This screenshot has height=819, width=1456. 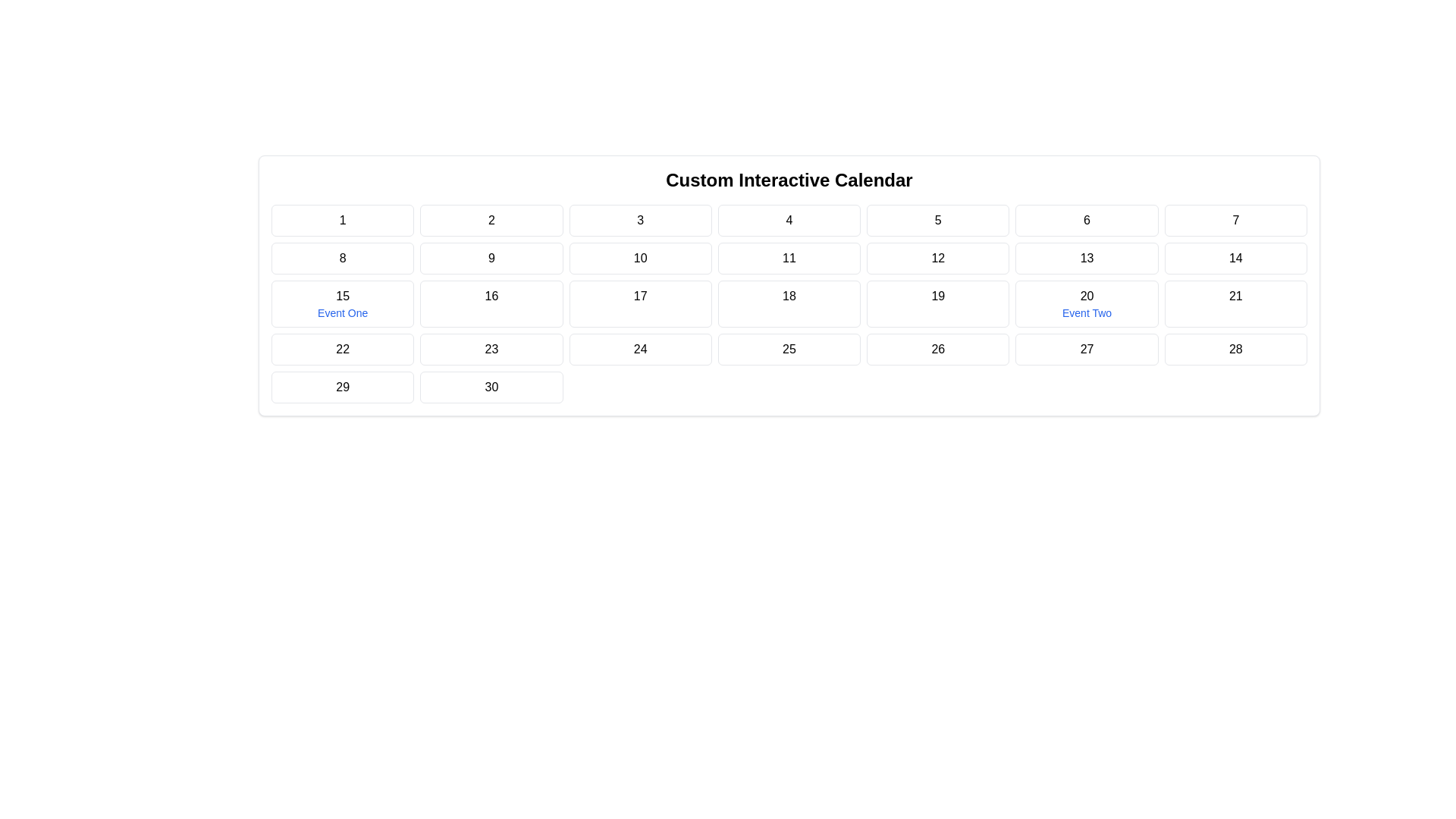 I want to click on the selectable day button located in the second row and fourth column of the interactive calendar grid, so click(x=789, y=257).